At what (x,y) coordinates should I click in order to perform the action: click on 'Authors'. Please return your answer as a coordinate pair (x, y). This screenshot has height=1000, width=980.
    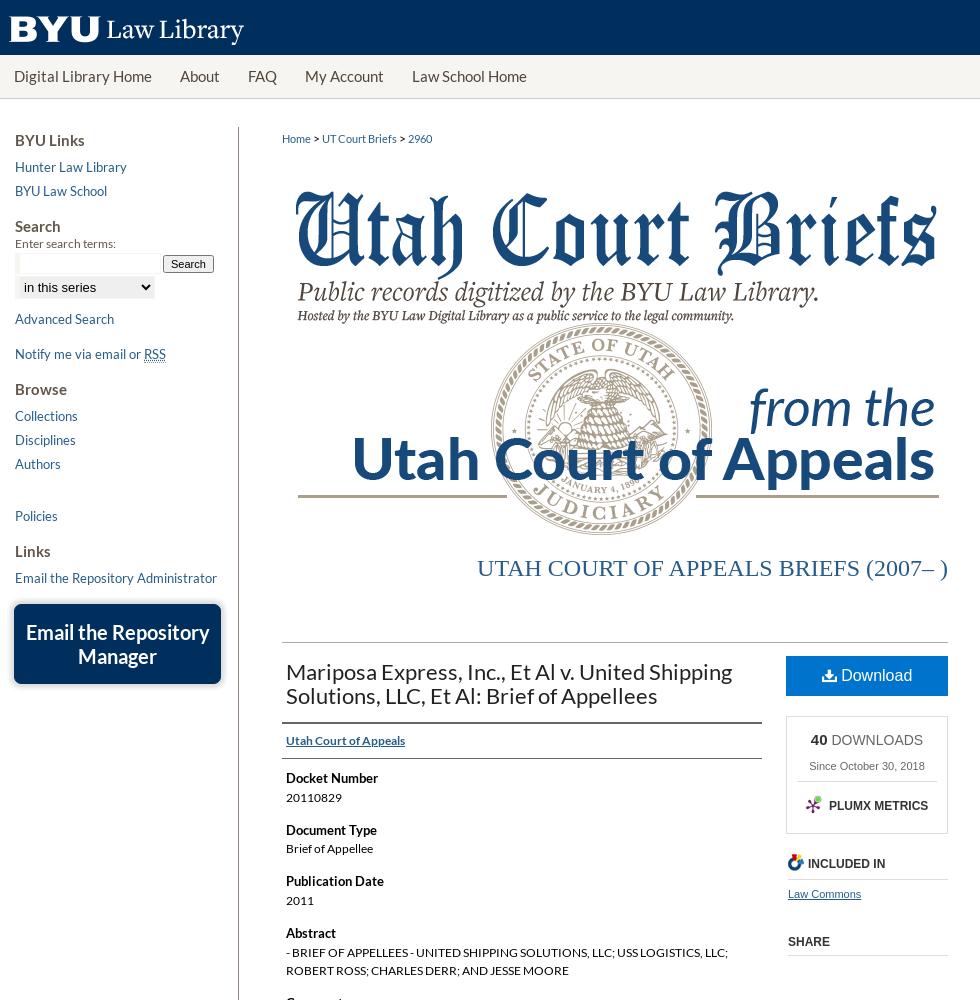
    Looking at the image, I should click on (38, 462).